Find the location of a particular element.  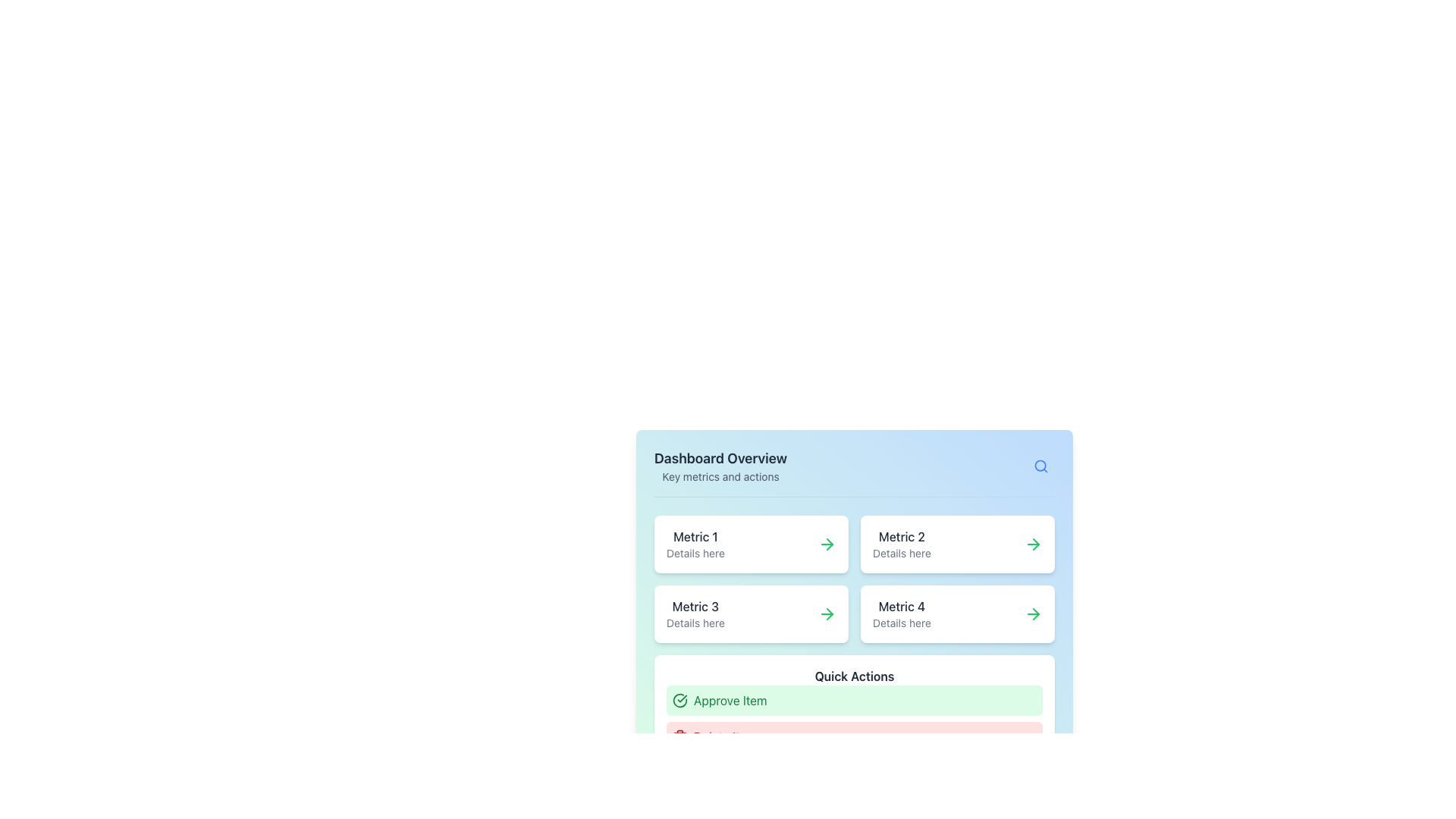

information displayed in the Text block labeled 'Metric 2' with the details below it that say 'Details here' is located at coordinates (902, 543).